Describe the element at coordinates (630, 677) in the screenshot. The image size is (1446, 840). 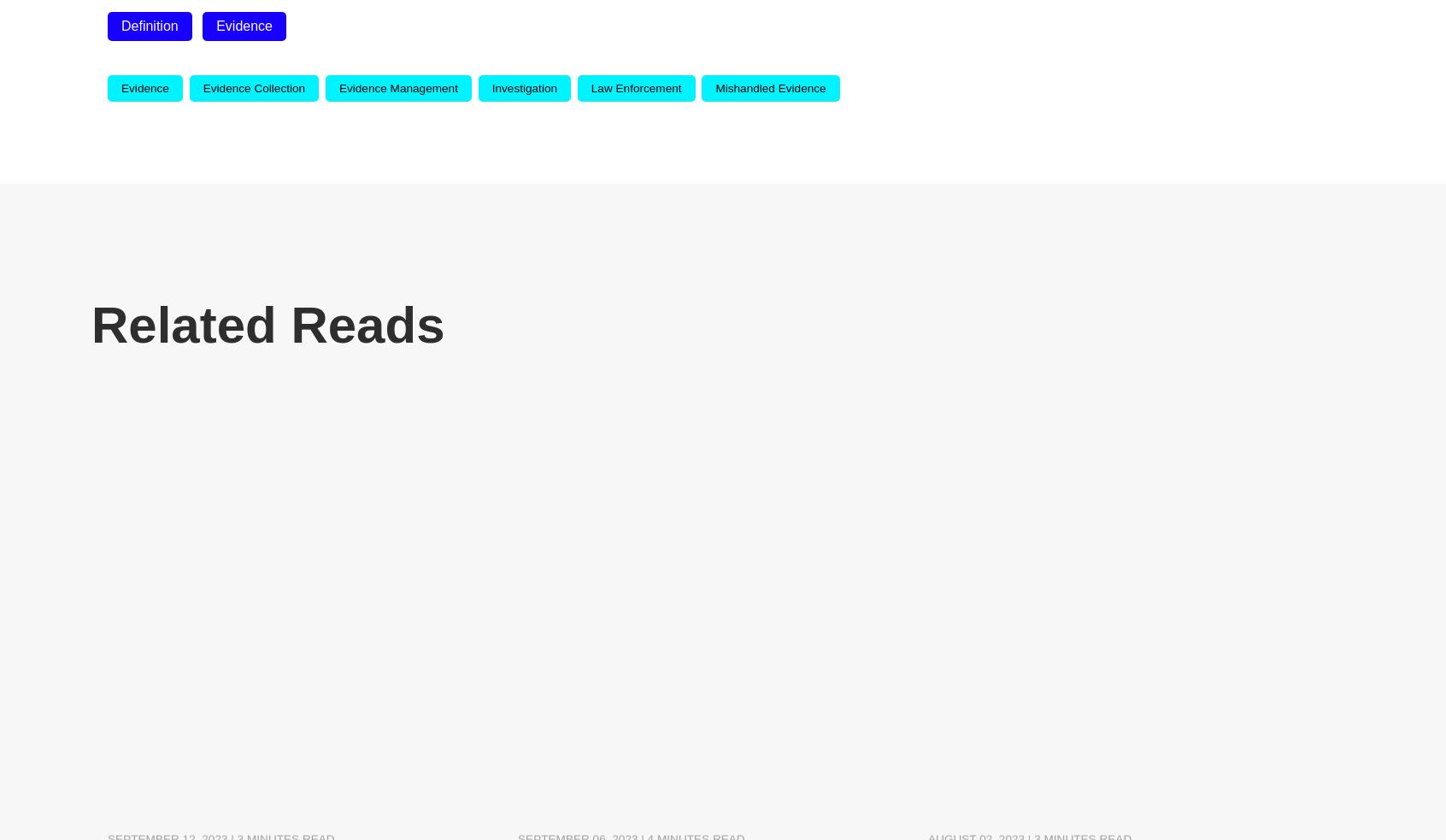
I see `'September 06, 2023 | 4 minutes read'` at that location.